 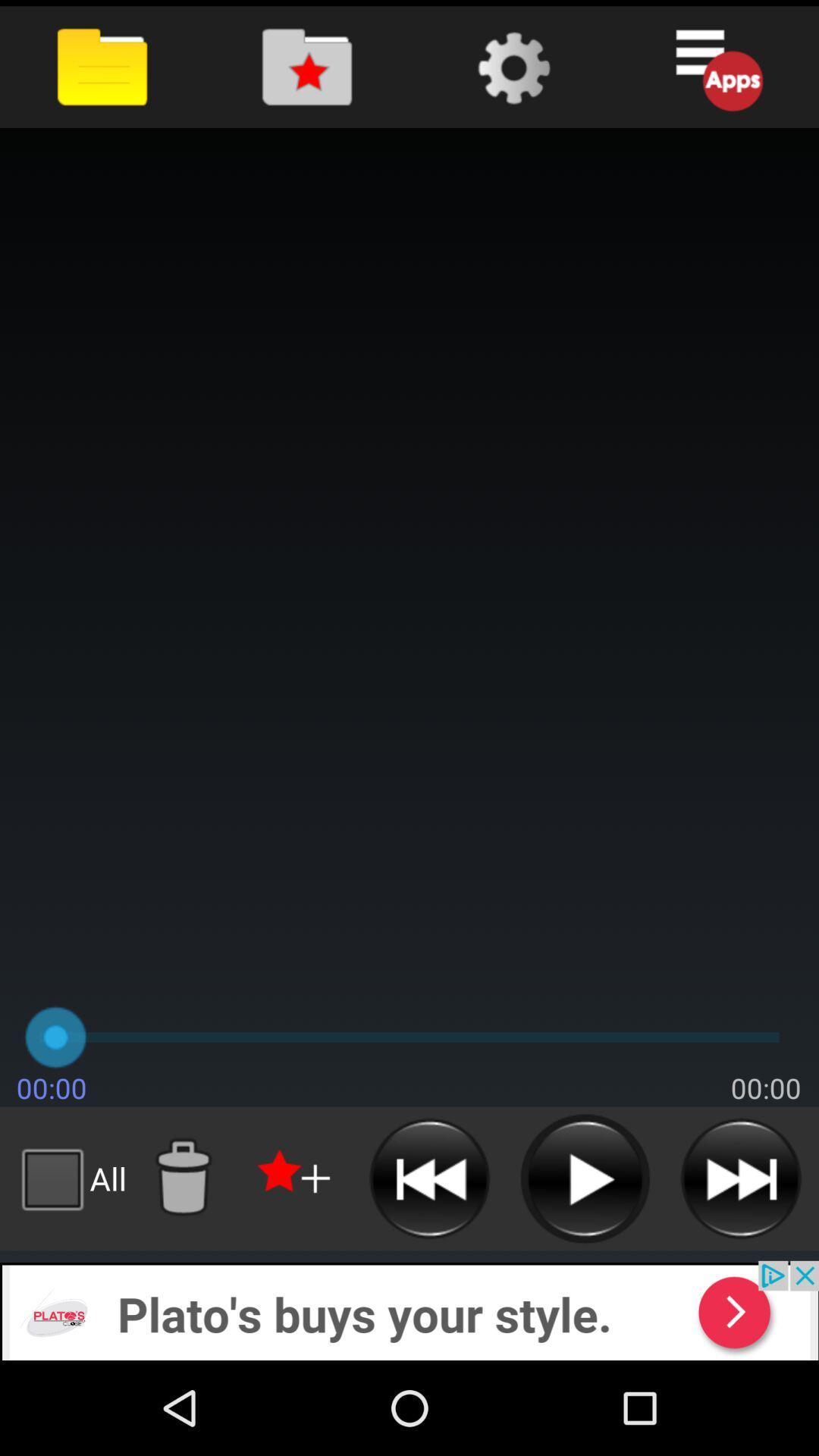 What do you see at coordinates (584, 1178) in the screenshot?
I see `play` at bounding box center [584, 1178].